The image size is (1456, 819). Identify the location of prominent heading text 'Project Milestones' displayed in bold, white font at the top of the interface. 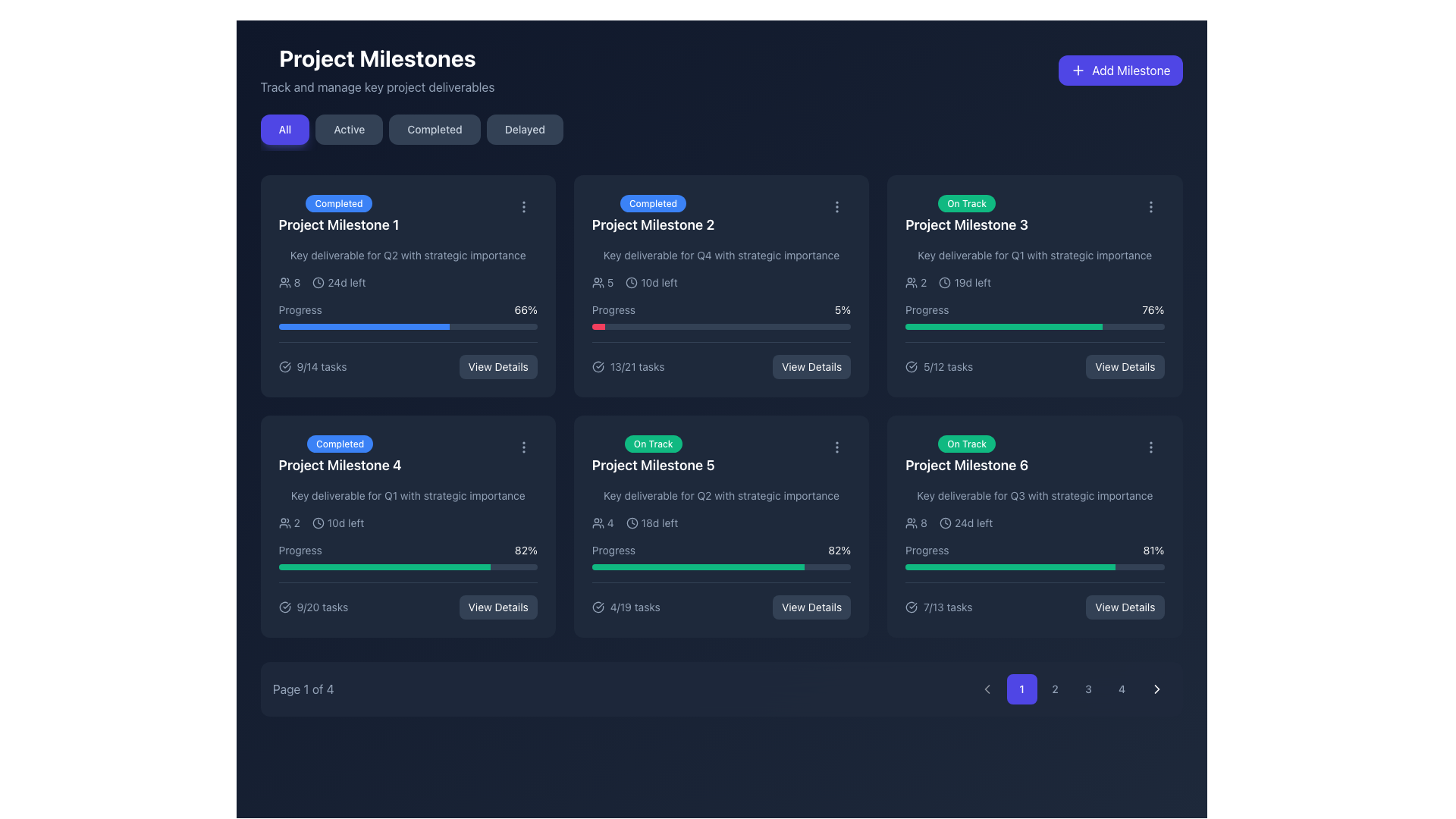
(377, 58).